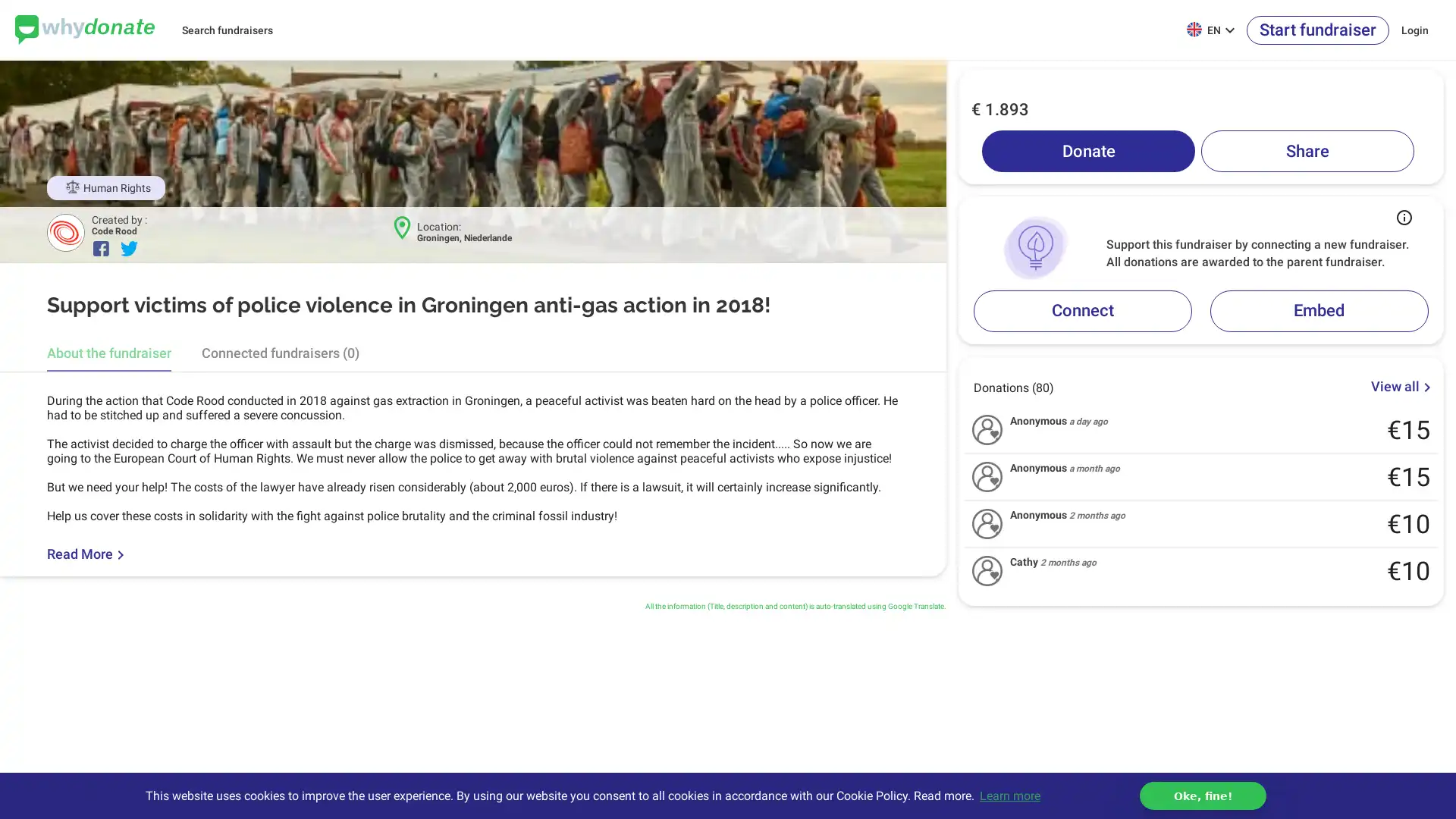 The width and height of the screenshot is (1456, 819). I want to click on Connect, so click(1081, 309).